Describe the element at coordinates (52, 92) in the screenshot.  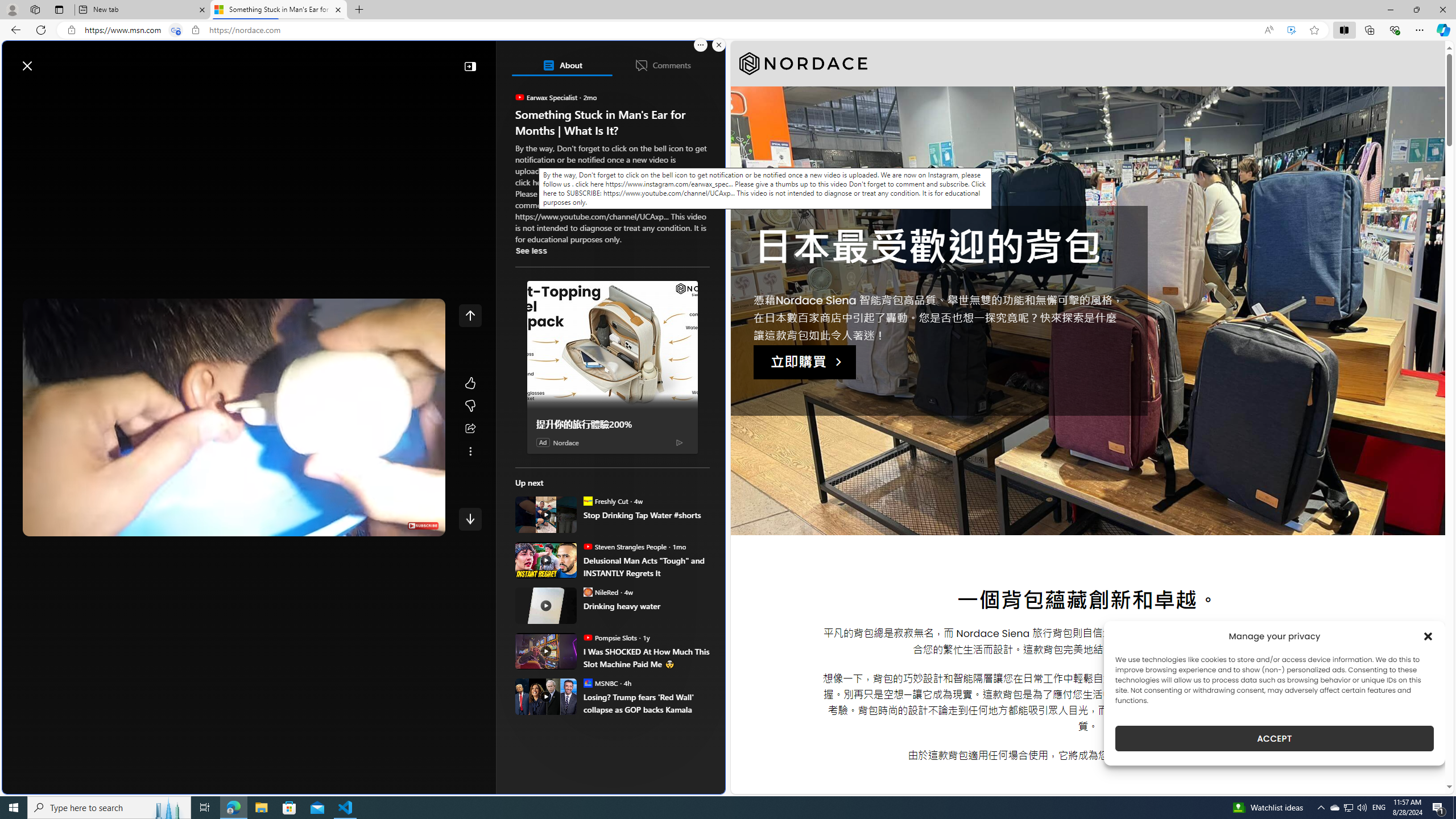
I see `'Discover'` at that location.